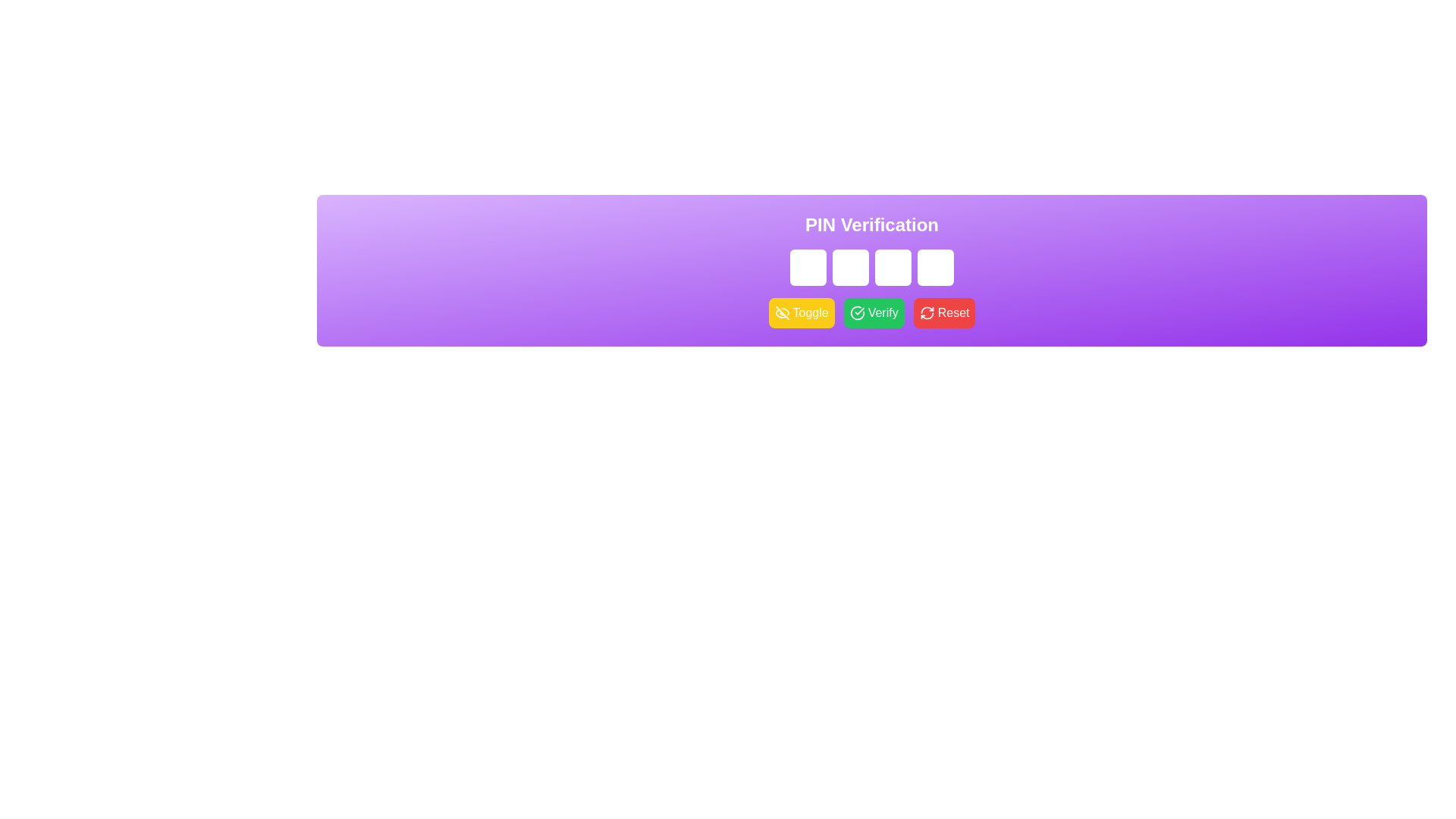  Describe the element at coordinates (872, 267) in the screenshot. I see `the group of four rounded rectangular input boxes for PIN verification, which are centrally located beneath the 'PIN Verification' text` at that location.